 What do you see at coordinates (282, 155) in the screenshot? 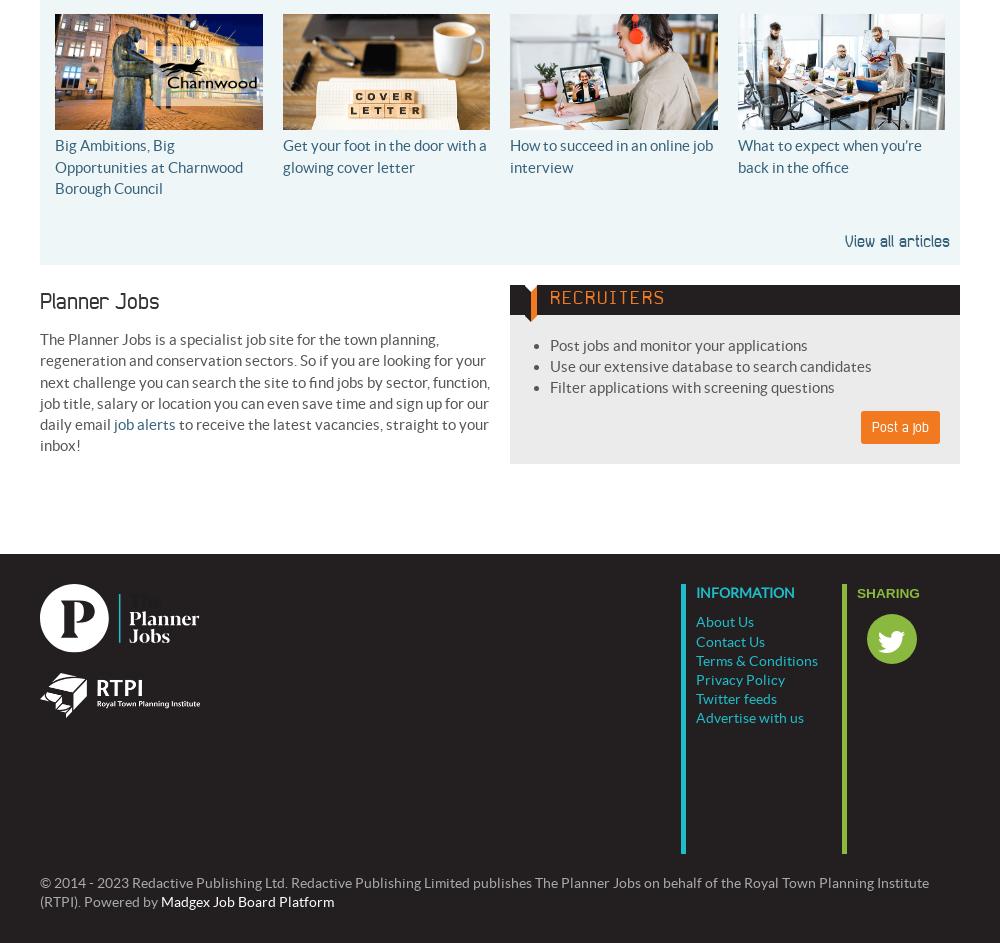
I see `'Get your foot in the door with a glowing cover letter'` at bounding box center [282, 155].